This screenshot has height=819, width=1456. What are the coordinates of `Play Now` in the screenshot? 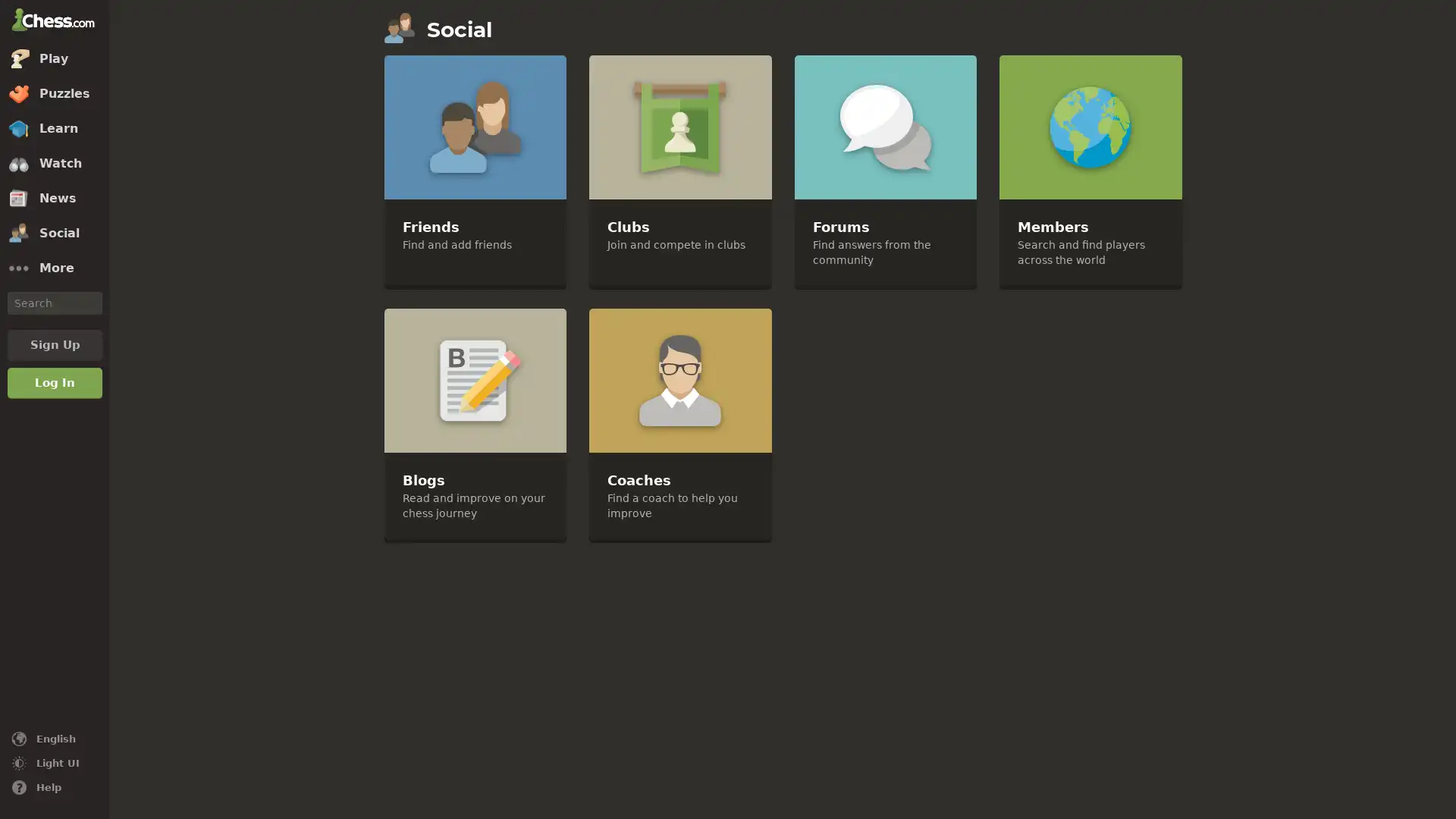 It's located at (730, 764).